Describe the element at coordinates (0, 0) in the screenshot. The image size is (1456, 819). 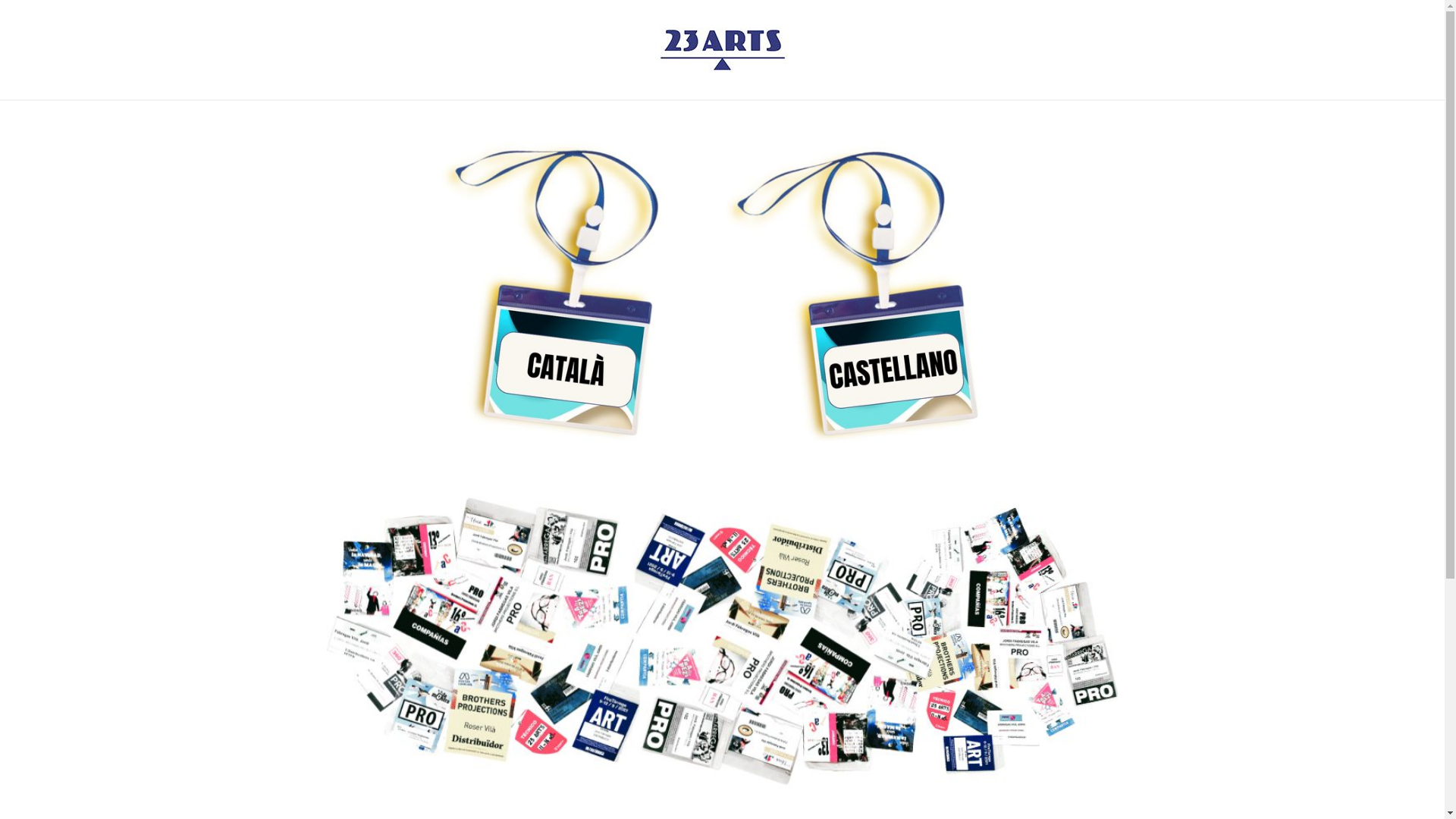
I see `'Saltar al contenido principal'` at that location.